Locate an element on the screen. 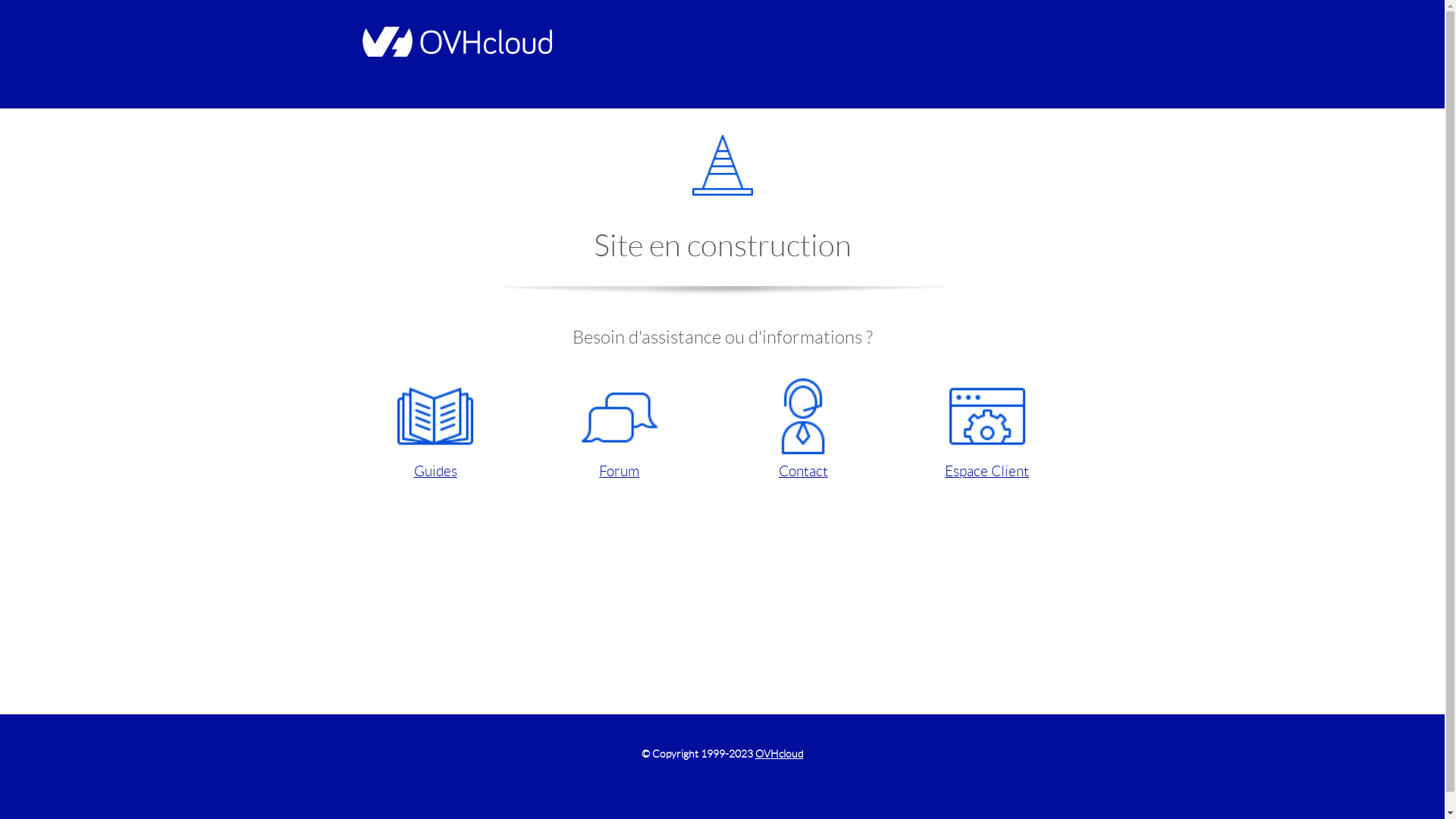 Image resolution: width=1456 pixels, height=819 pixels. 'Espace Client' is located at coordinates (987, 430).